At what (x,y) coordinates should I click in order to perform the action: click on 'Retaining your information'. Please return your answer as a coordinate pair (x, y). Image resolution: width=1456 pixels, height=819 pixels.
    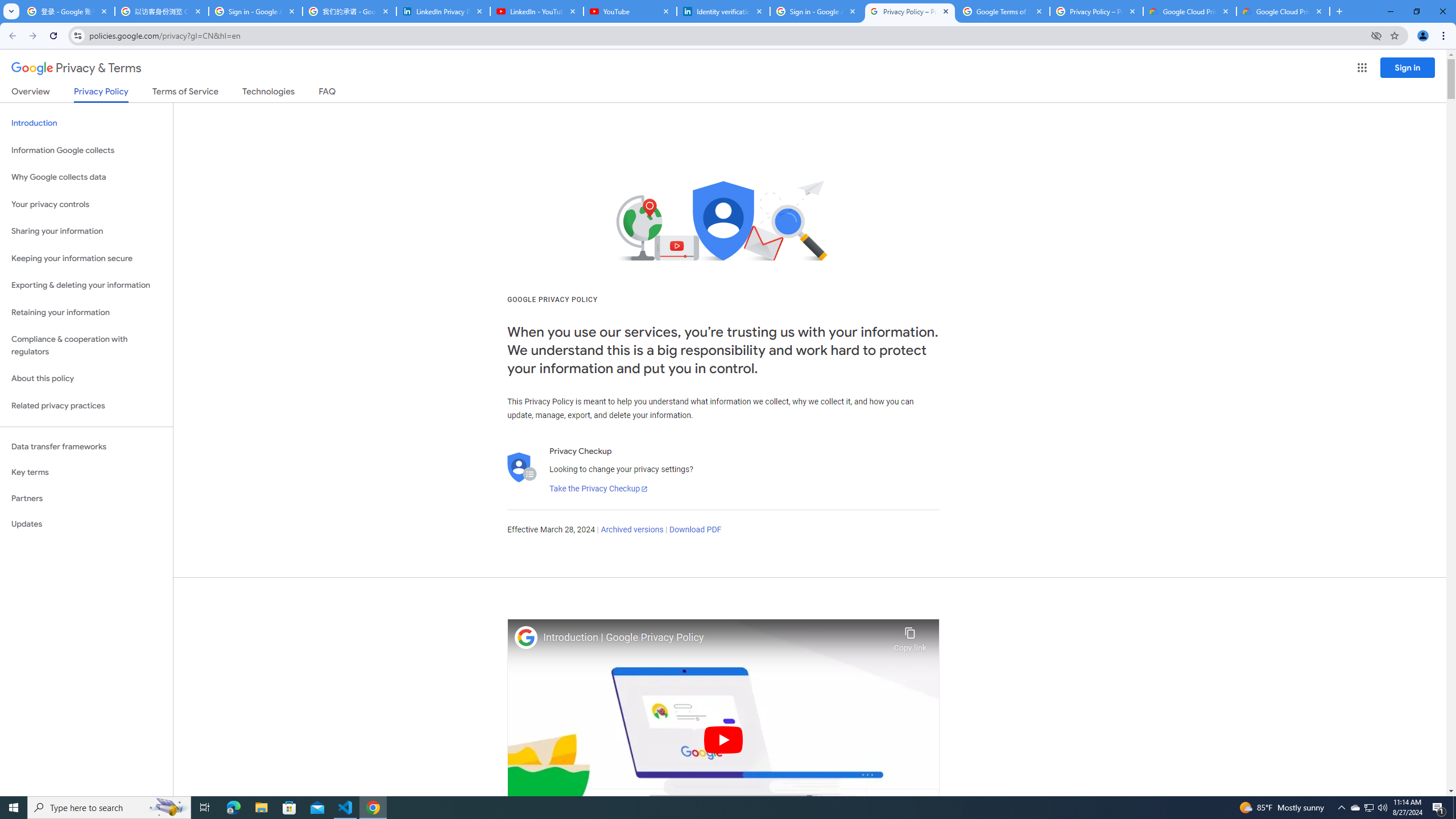
    Looking at the image, I should click on (86, 312).